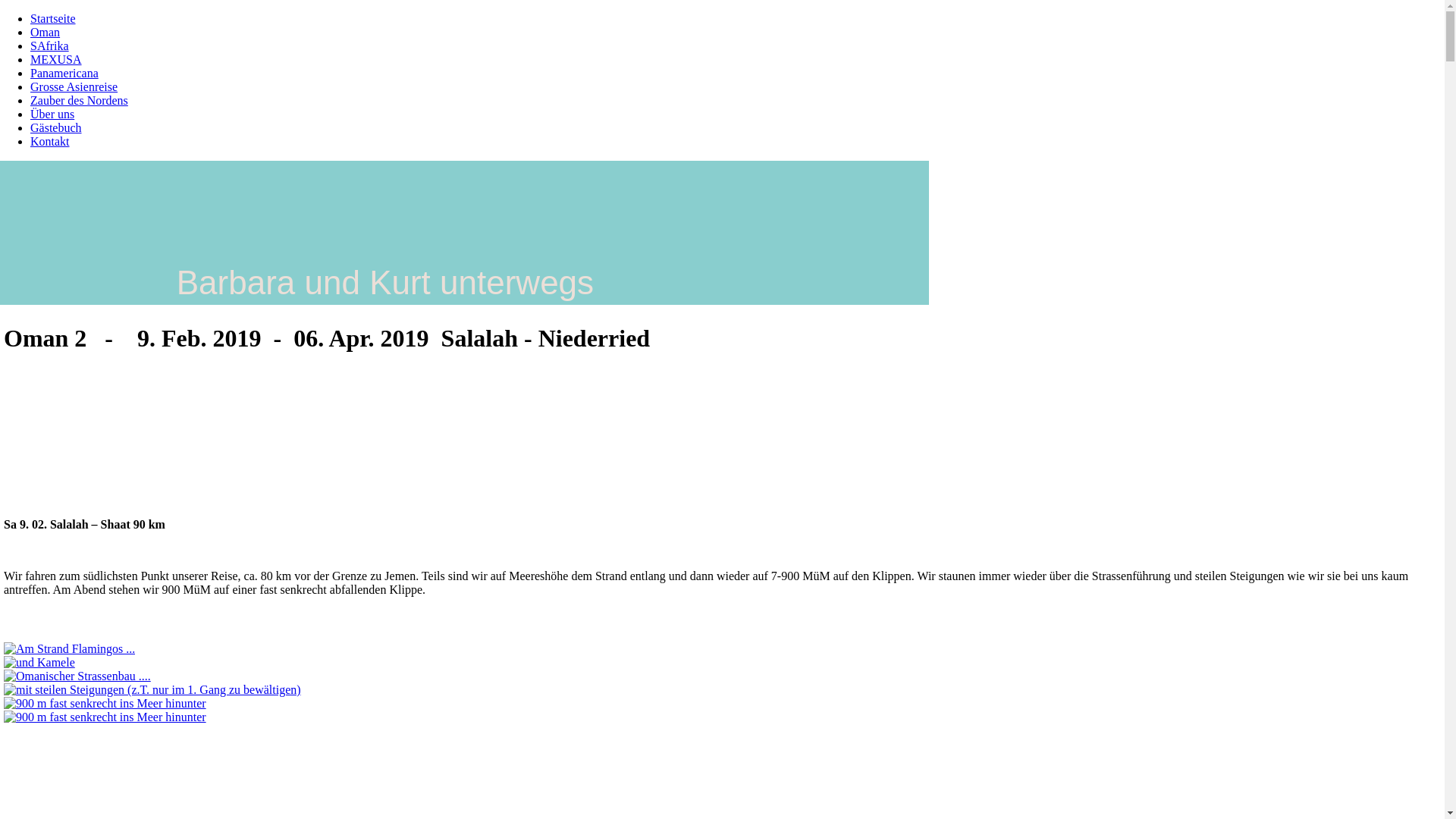 Image resolution: width=1456 pixels, height=819 pixels. I want to click on 'Zauber des Nordens', so click(78, 100).